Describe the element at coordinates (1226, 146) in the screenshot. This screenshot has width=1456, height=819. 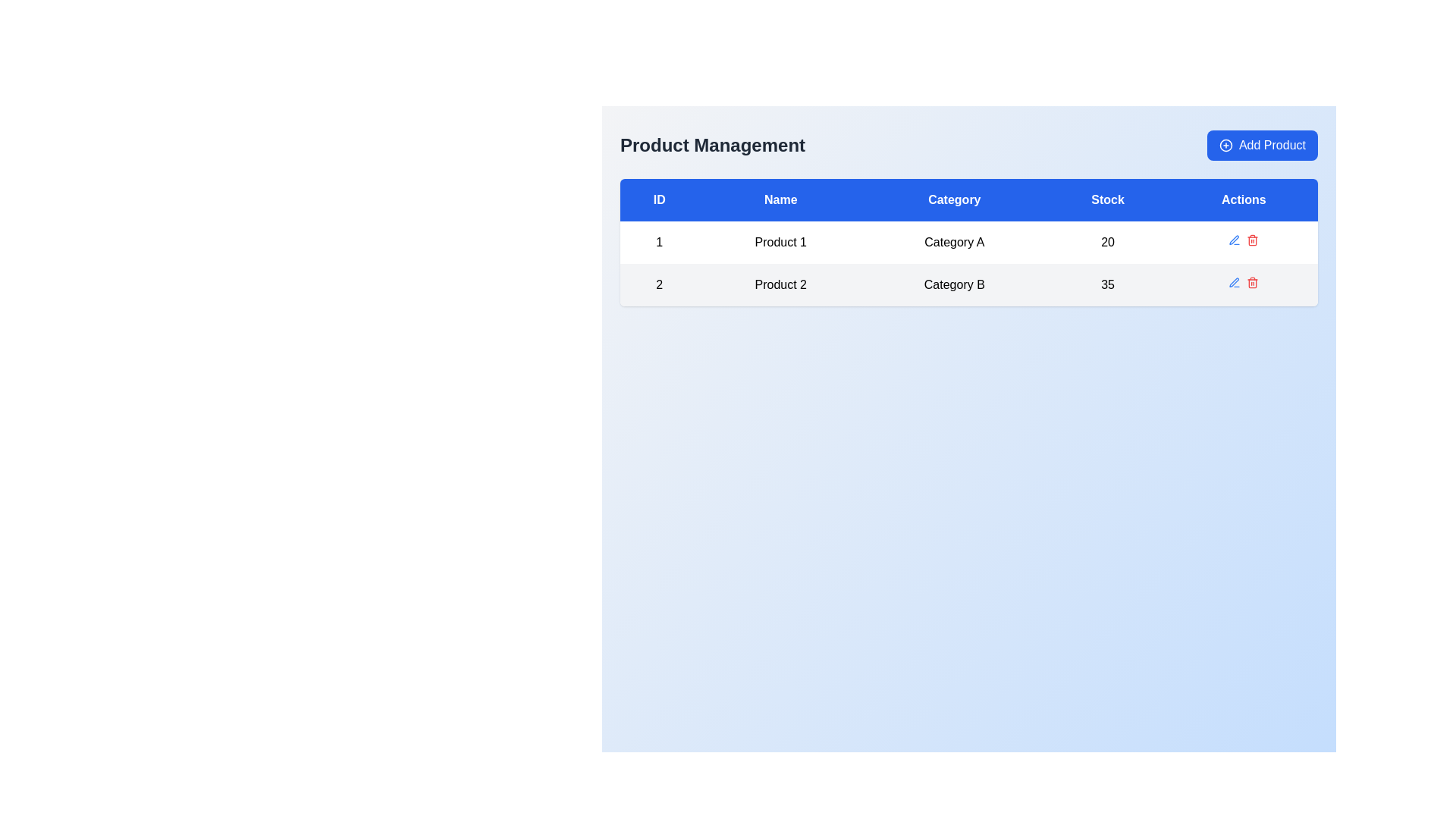
I see `the 'Add' Icon located in the top-right corner of the interface` at that location.